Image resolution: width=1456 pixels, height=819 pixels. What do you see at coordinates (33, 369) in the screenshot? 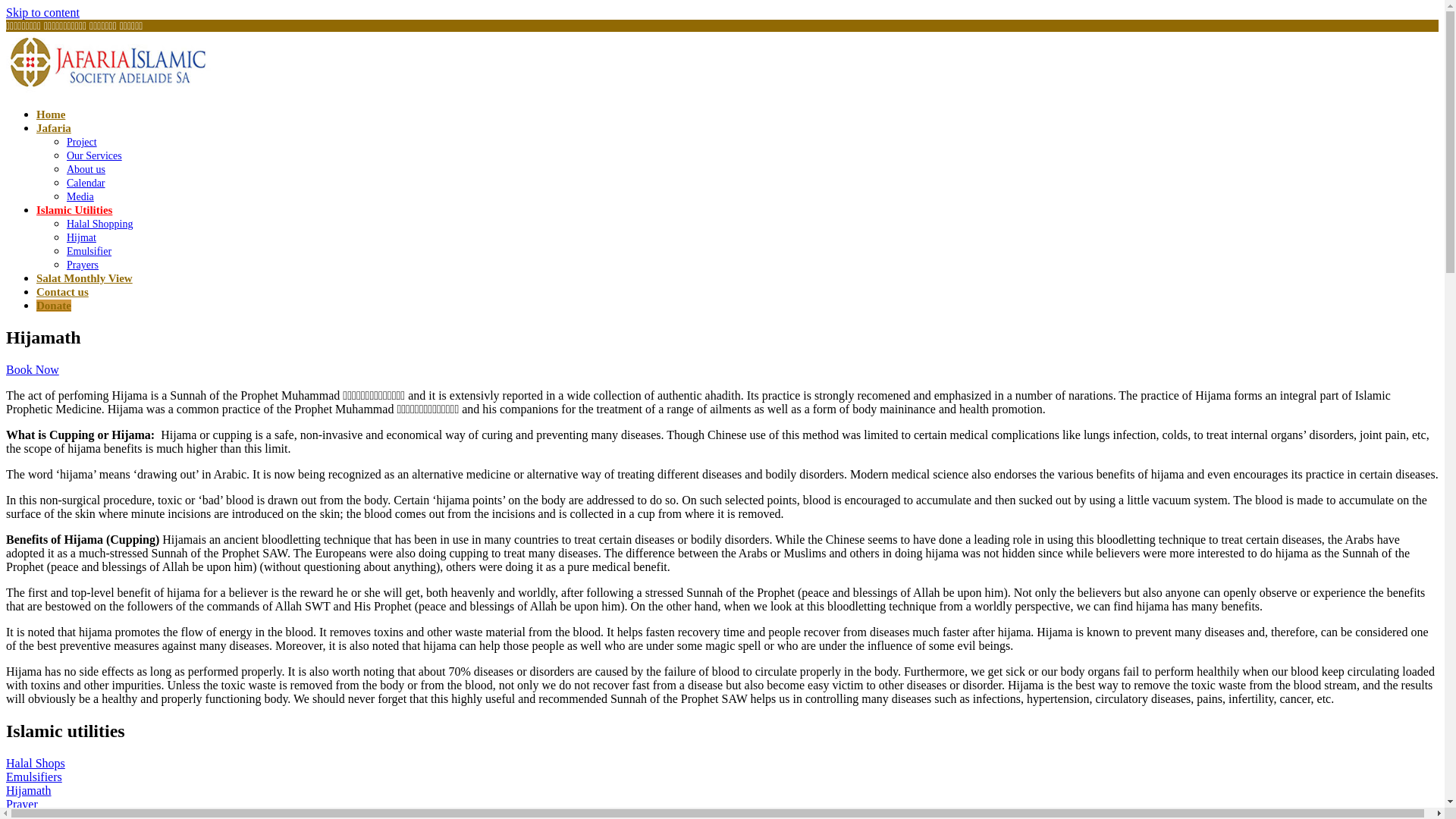
I see `'Book Now'` at bounding box center [33, 369].